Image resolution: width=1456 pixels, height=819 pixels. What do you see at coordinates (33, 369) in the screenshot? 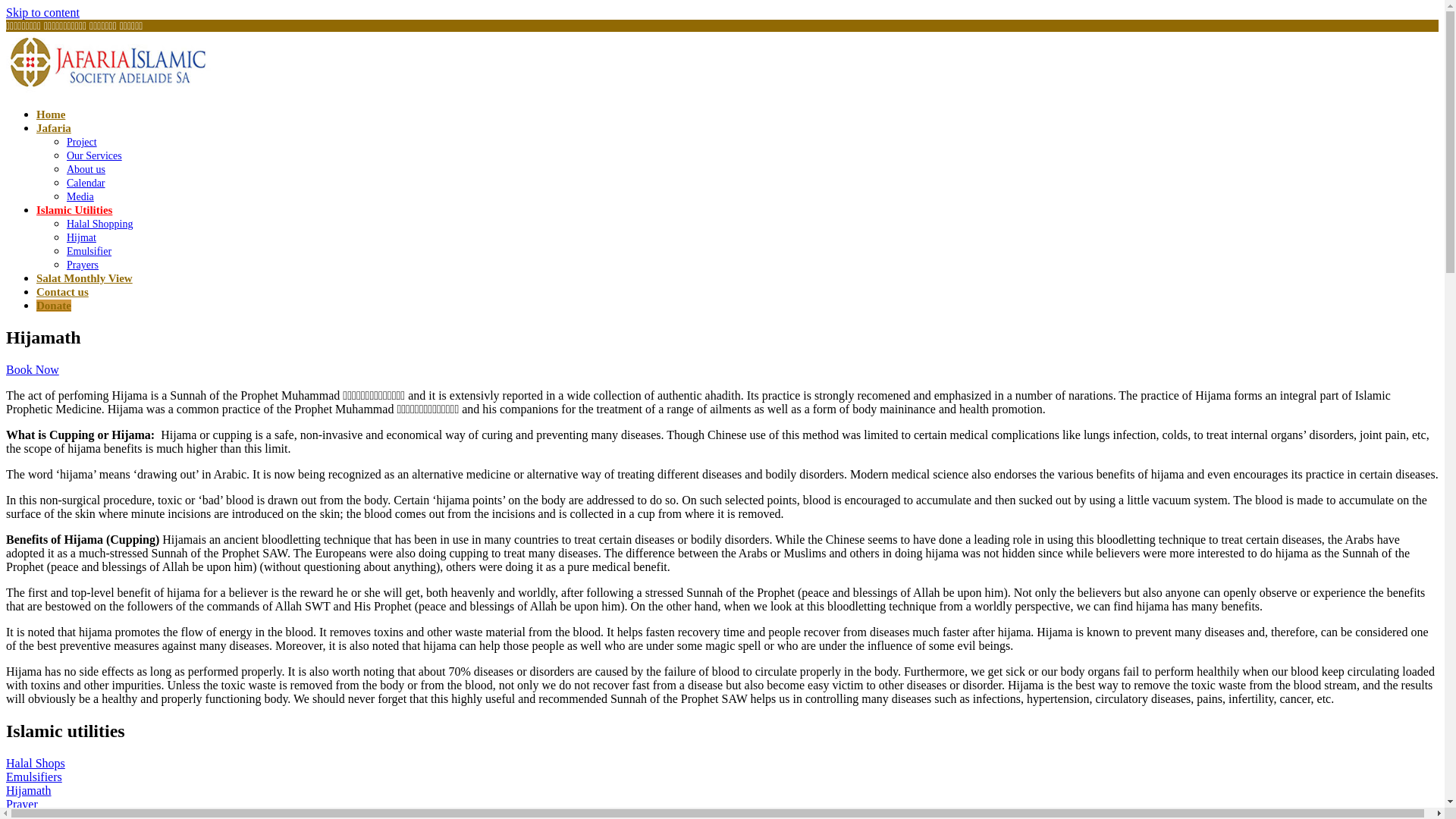
I see `'Book Now'` at bounding box center [33, 369].